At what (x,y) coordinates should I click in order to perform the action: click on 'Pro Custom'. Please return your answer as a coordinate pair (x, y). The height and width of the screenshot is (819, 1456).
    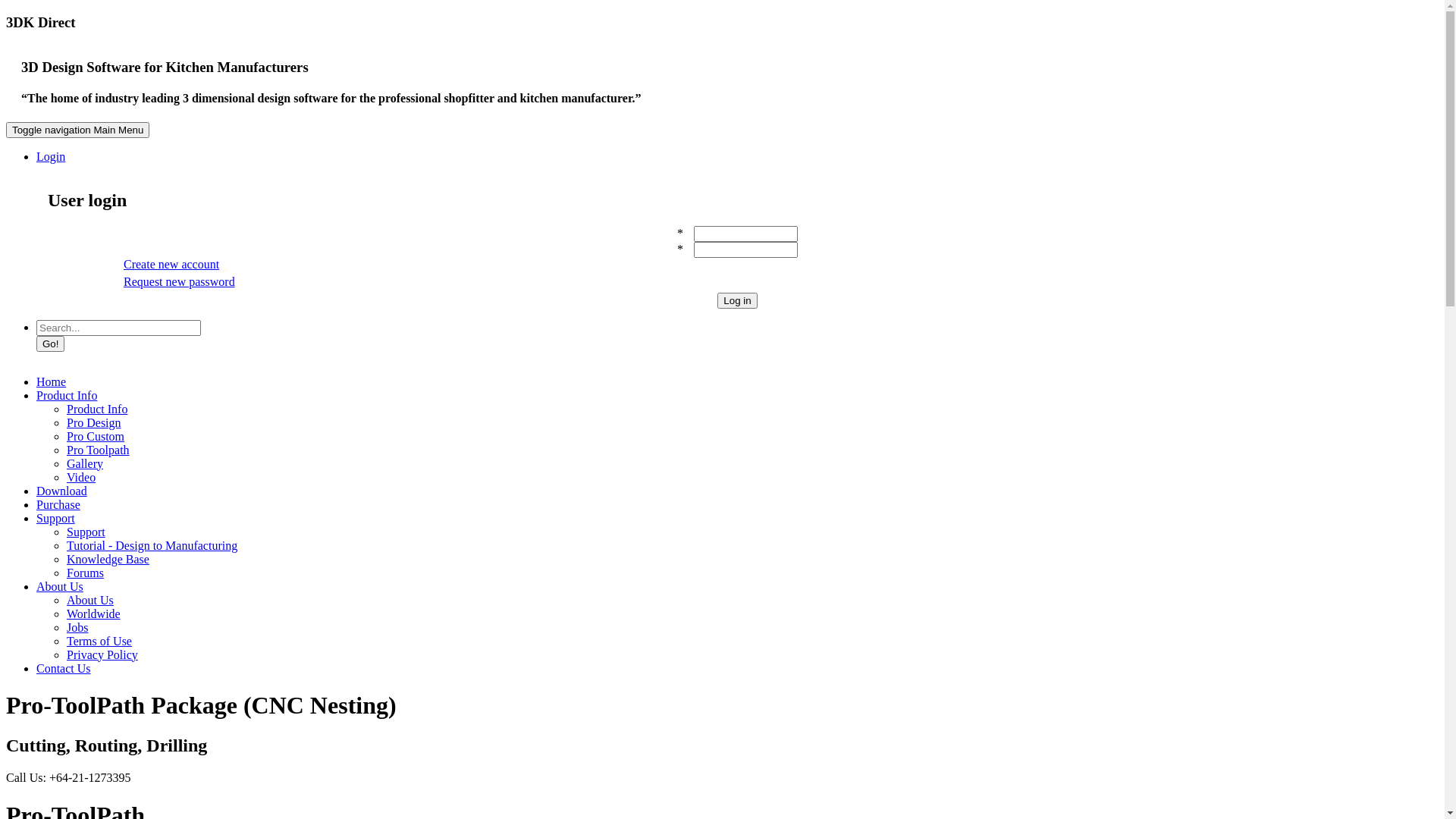
    Looking at the image, I should click on (94, 435).